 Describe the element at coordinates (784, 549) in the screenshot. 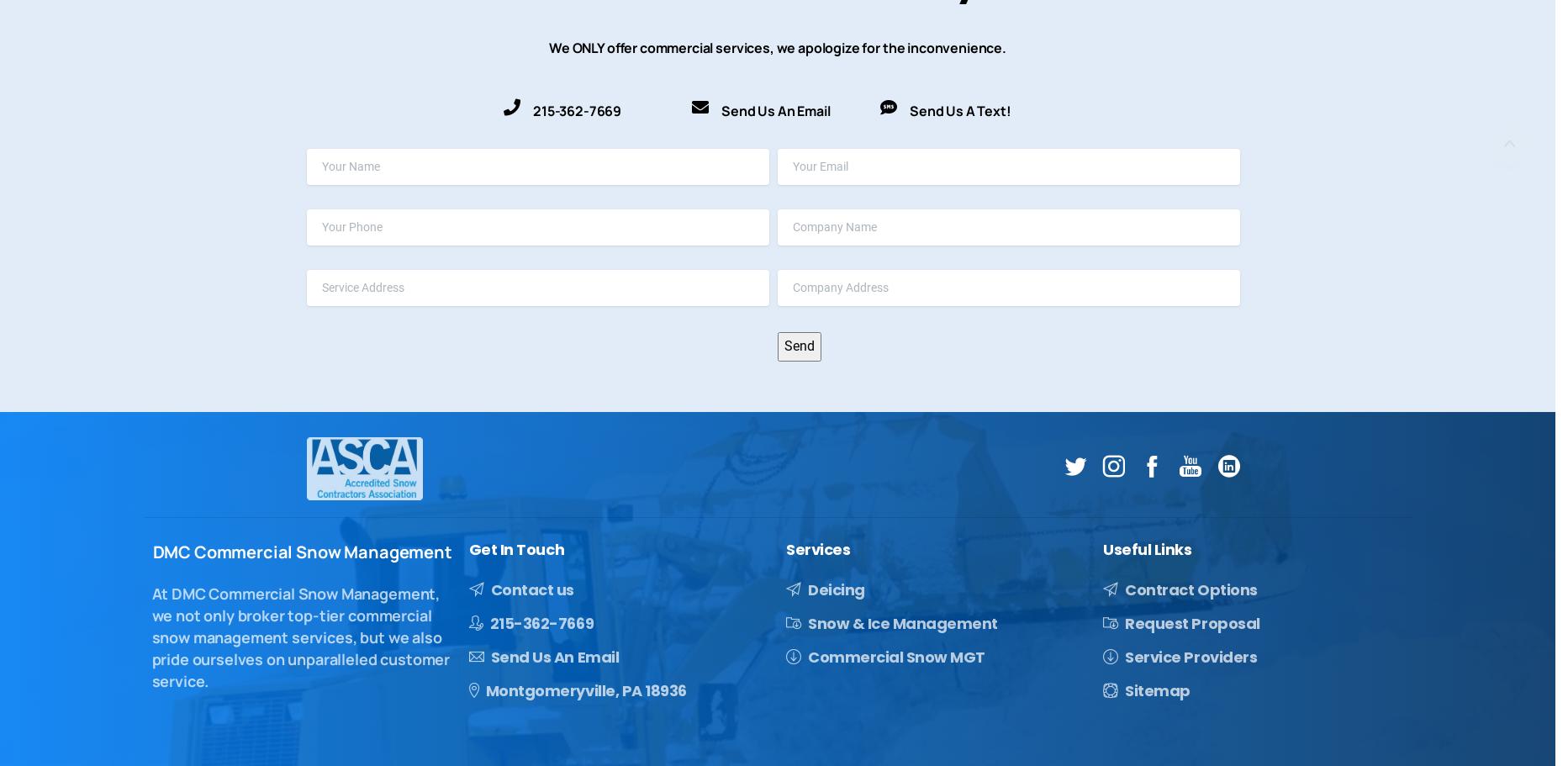

I see `'Services'` at that location.